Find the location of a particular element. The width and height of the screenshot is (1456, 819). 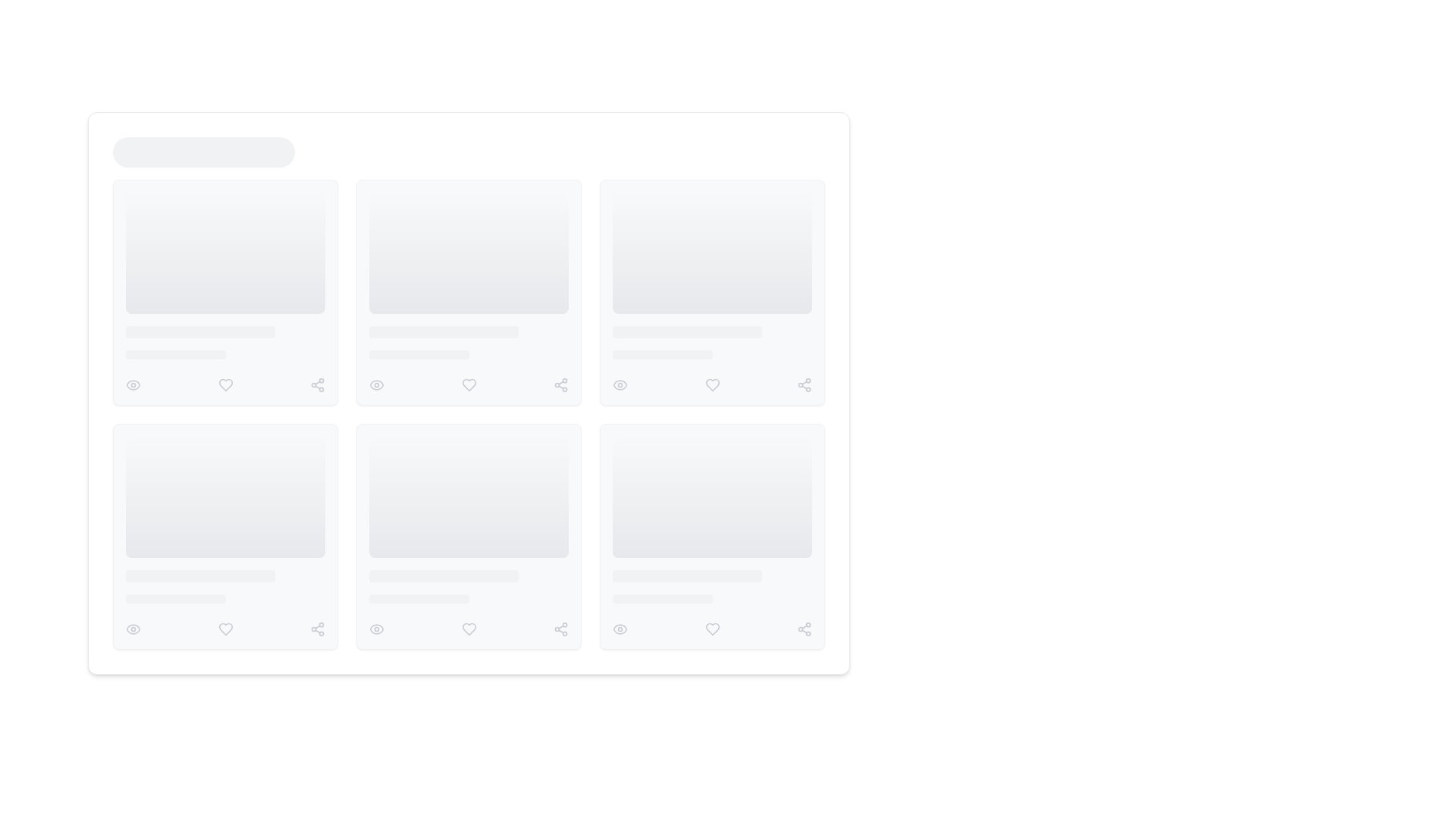

the 'Share' button icon located at the bottom right corner of the card is located at coordinates (560, 629).